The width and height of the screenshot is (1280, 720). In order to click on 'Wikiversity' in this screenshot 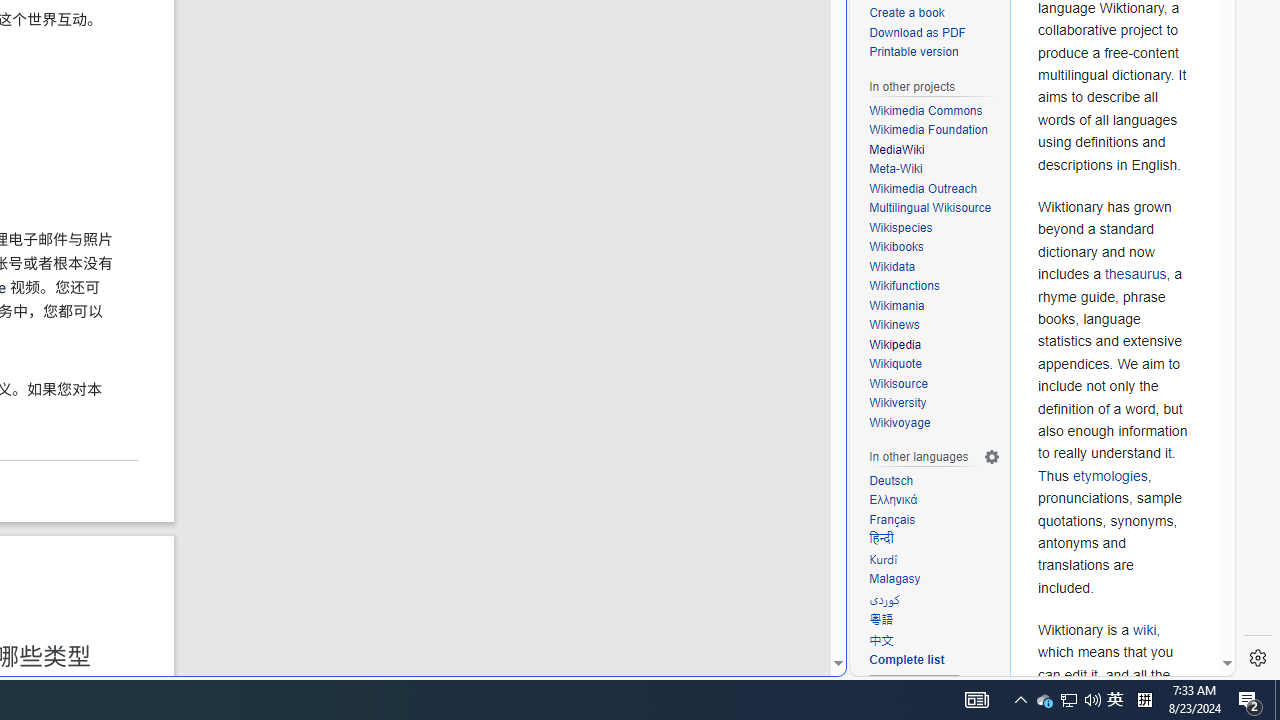, I will do `click(934, 403)`.